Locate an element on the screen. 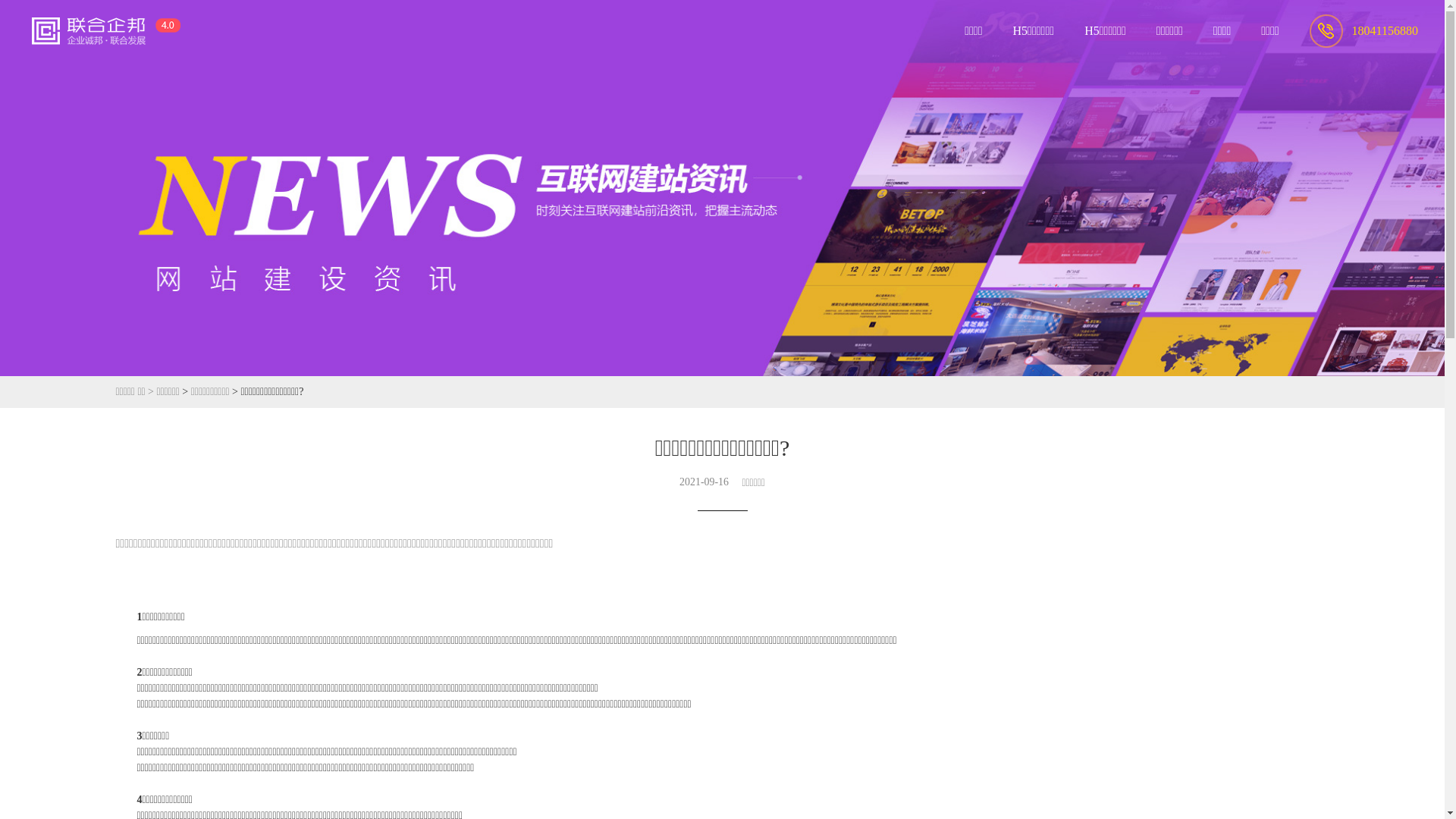  '18041156880' is located at coordinates (1363, 30).